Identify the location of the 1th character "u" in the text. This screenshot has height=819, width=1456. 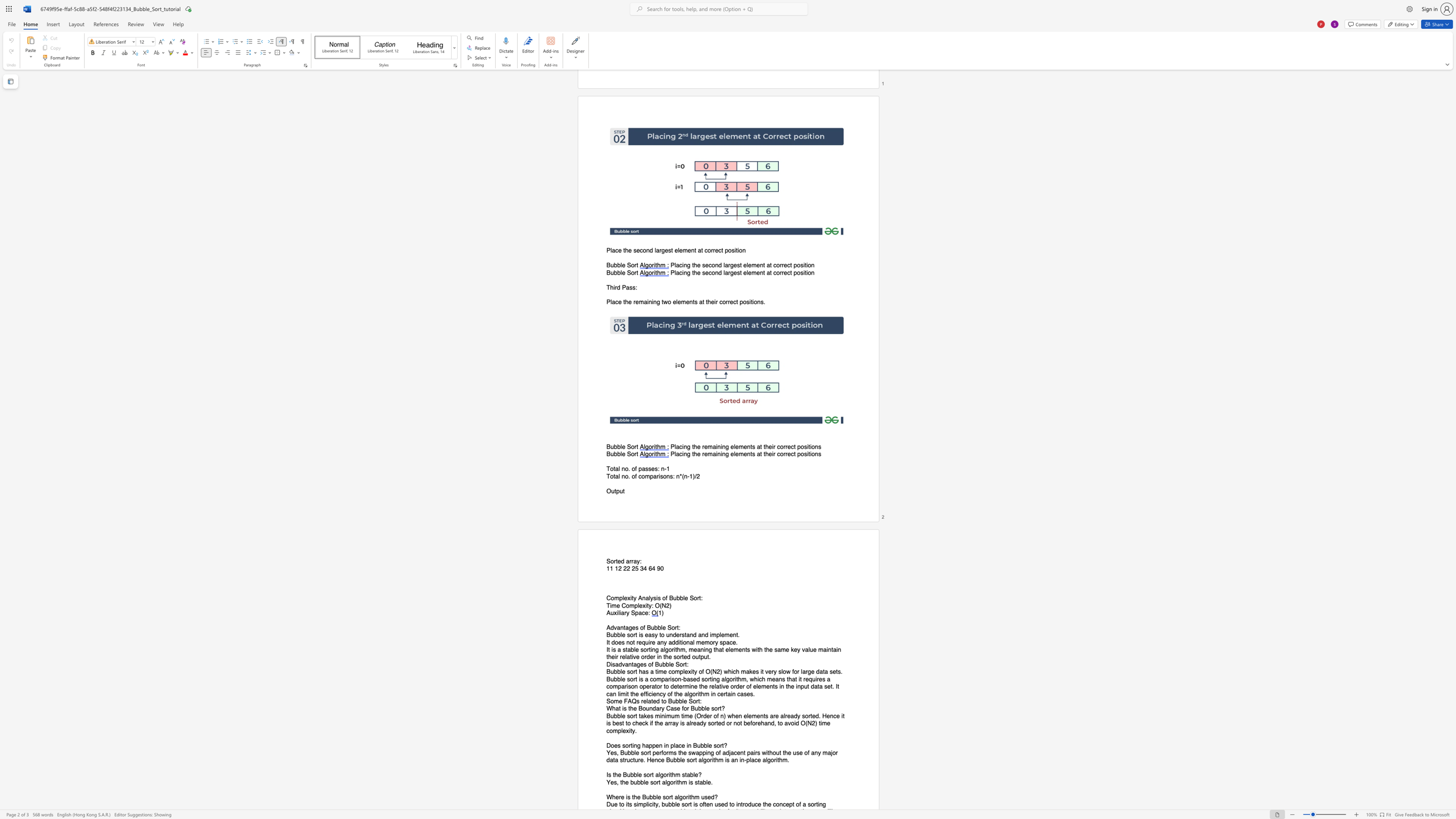
(612, 613).